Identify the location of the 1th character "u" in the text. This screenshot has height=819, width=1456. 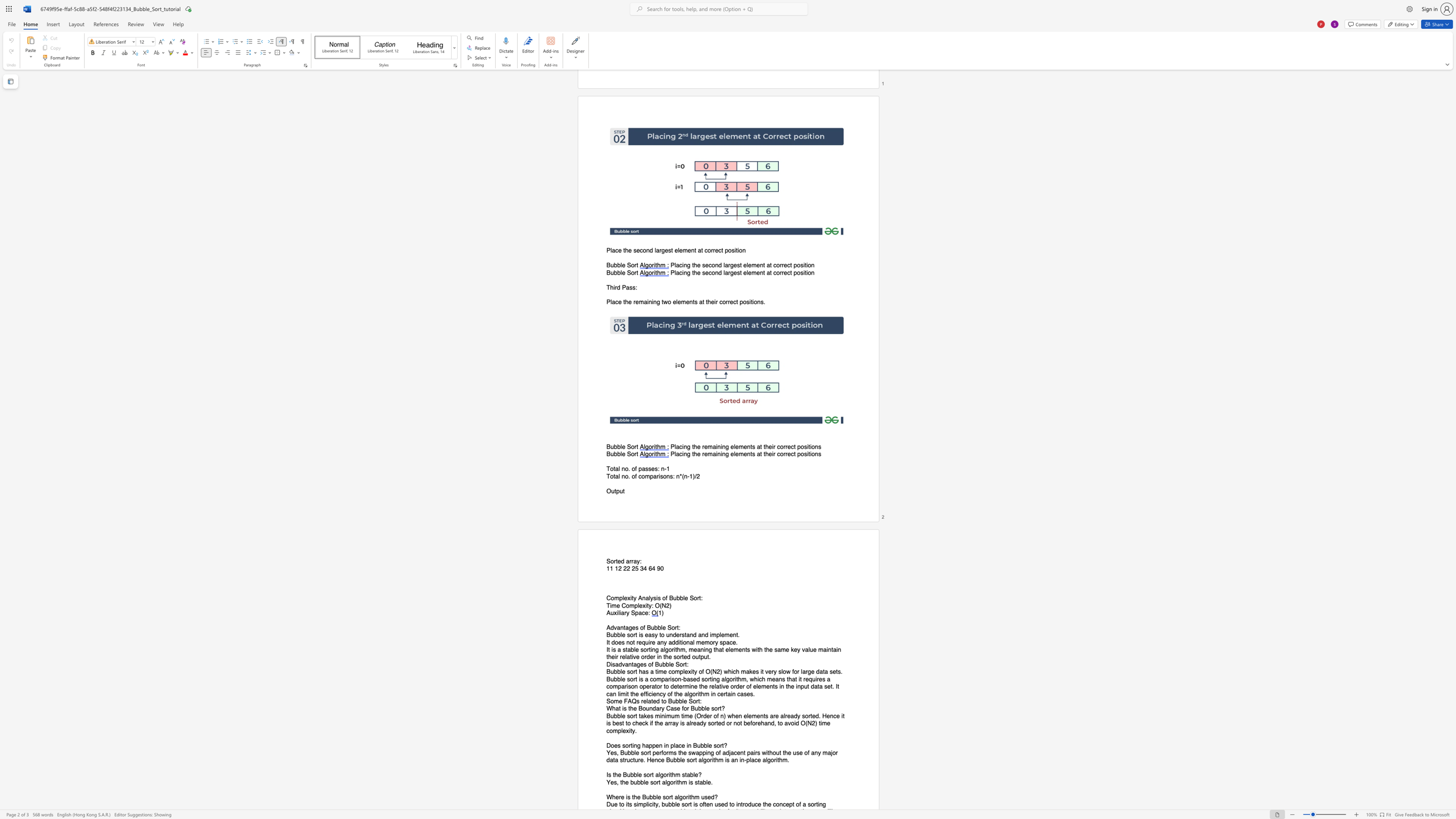
(612, 613).